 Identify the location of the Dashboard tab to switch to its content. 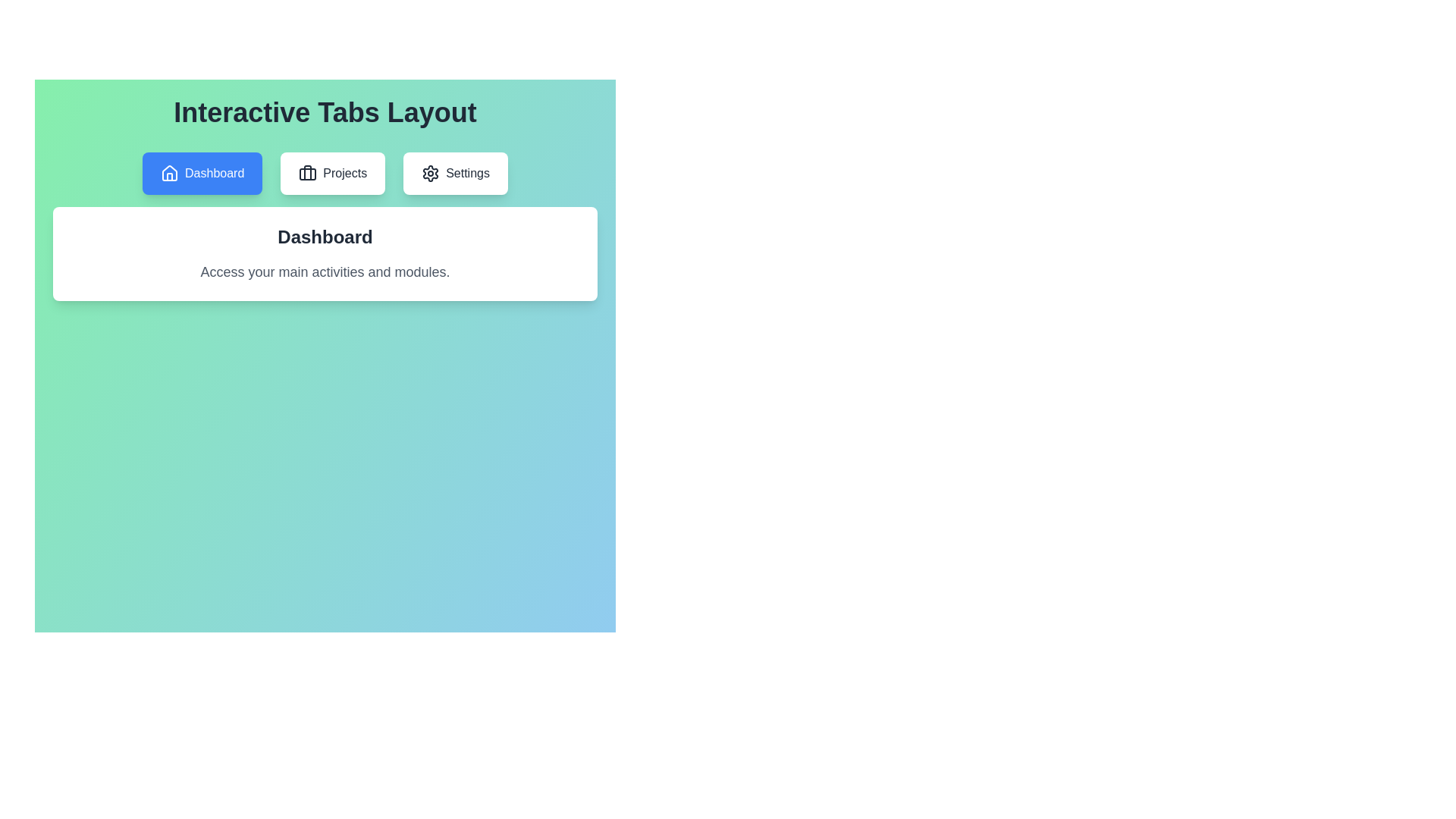
(202, 172).